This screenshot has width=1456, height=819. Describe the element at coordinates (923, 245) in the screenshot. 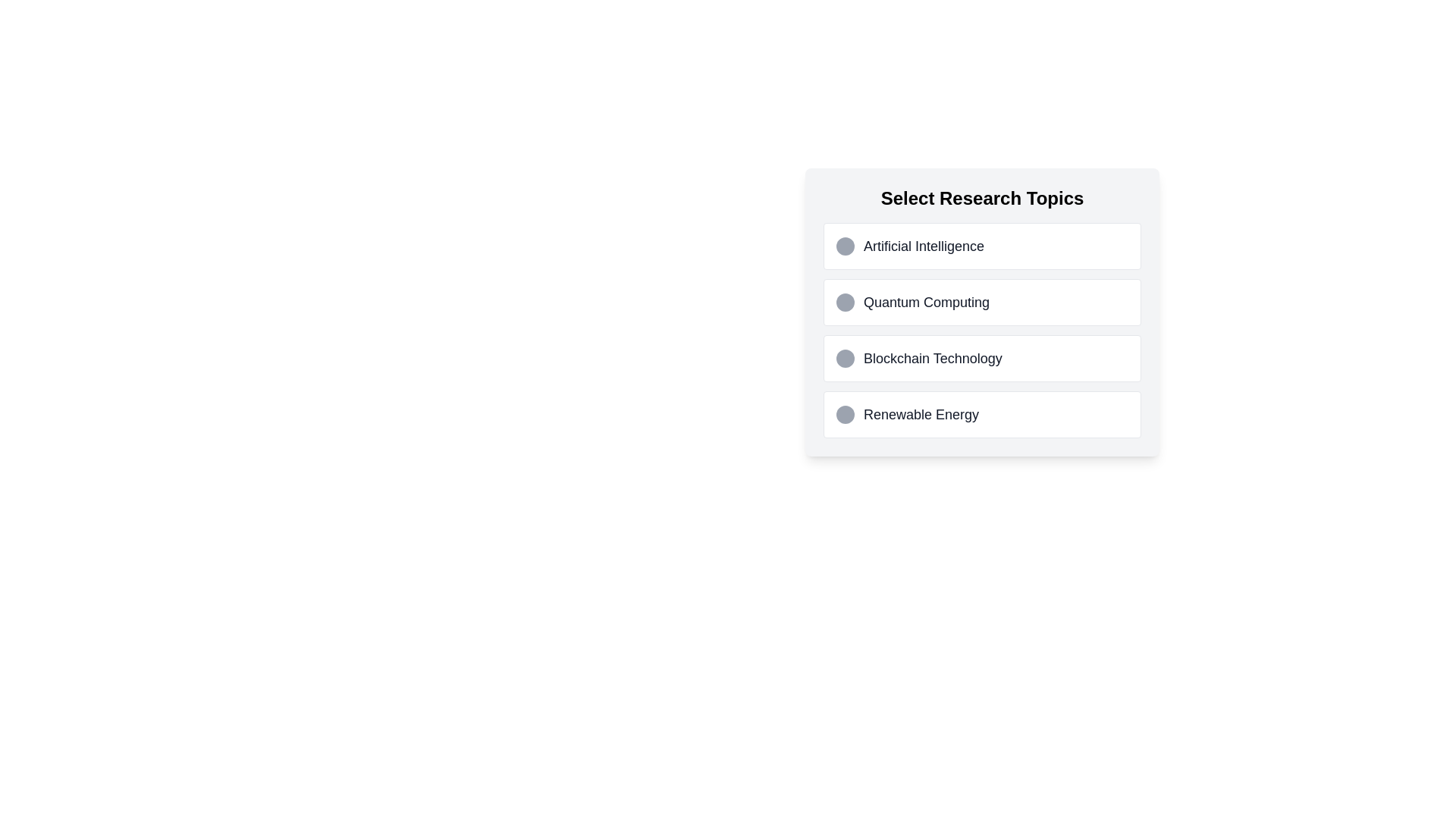

I see `the text label for the selectable research topic located to the right of the circular icon in the selection box for 'Select Research Topics'` at that location.